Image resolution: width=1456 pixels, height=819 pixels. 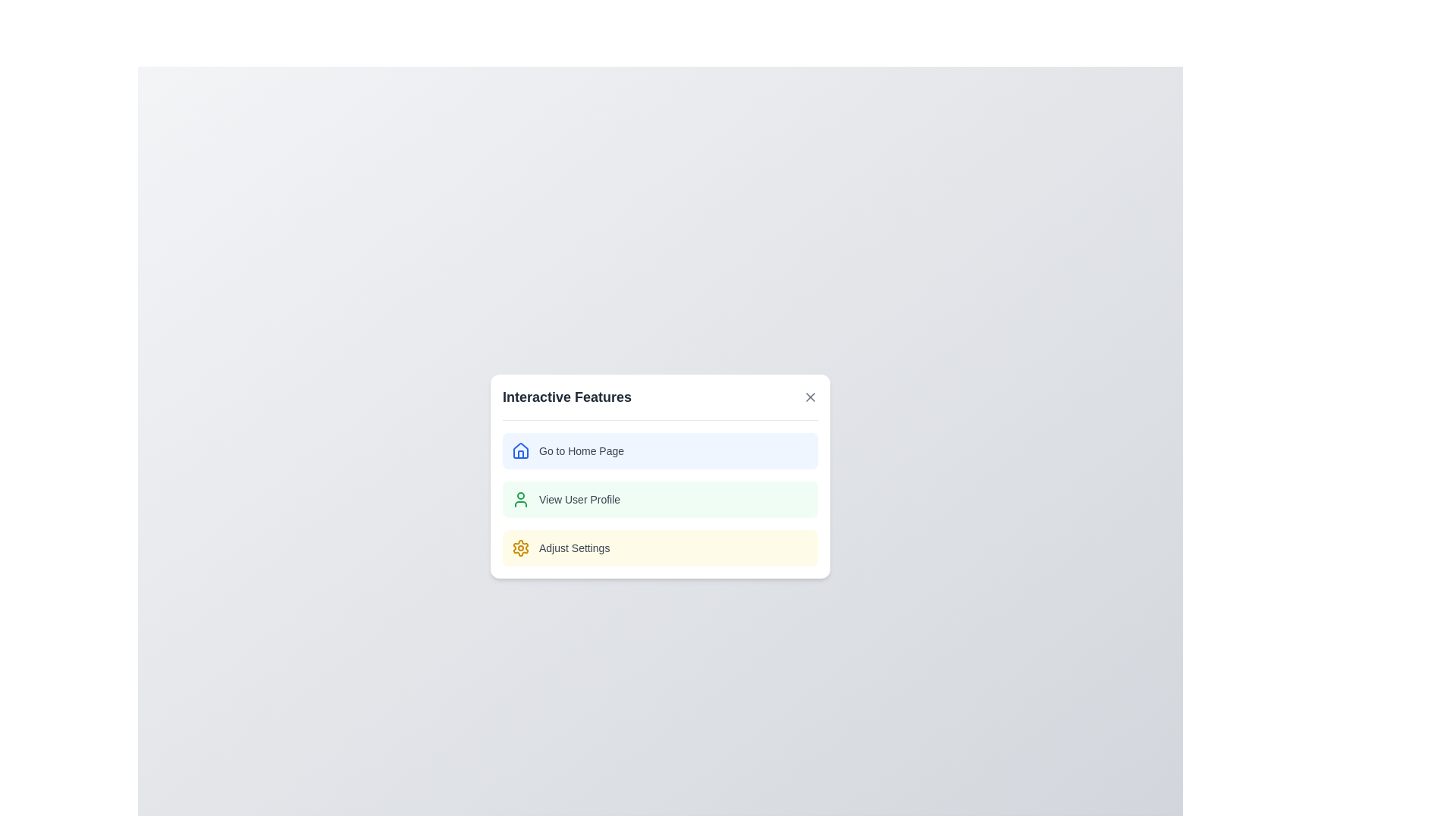 What do you see at coordinates (810, 396) in the screenshot?
I see `the close icon (X) located in the top-right corner of the 'Interactive Features' card` at bounding box center [810, 396].